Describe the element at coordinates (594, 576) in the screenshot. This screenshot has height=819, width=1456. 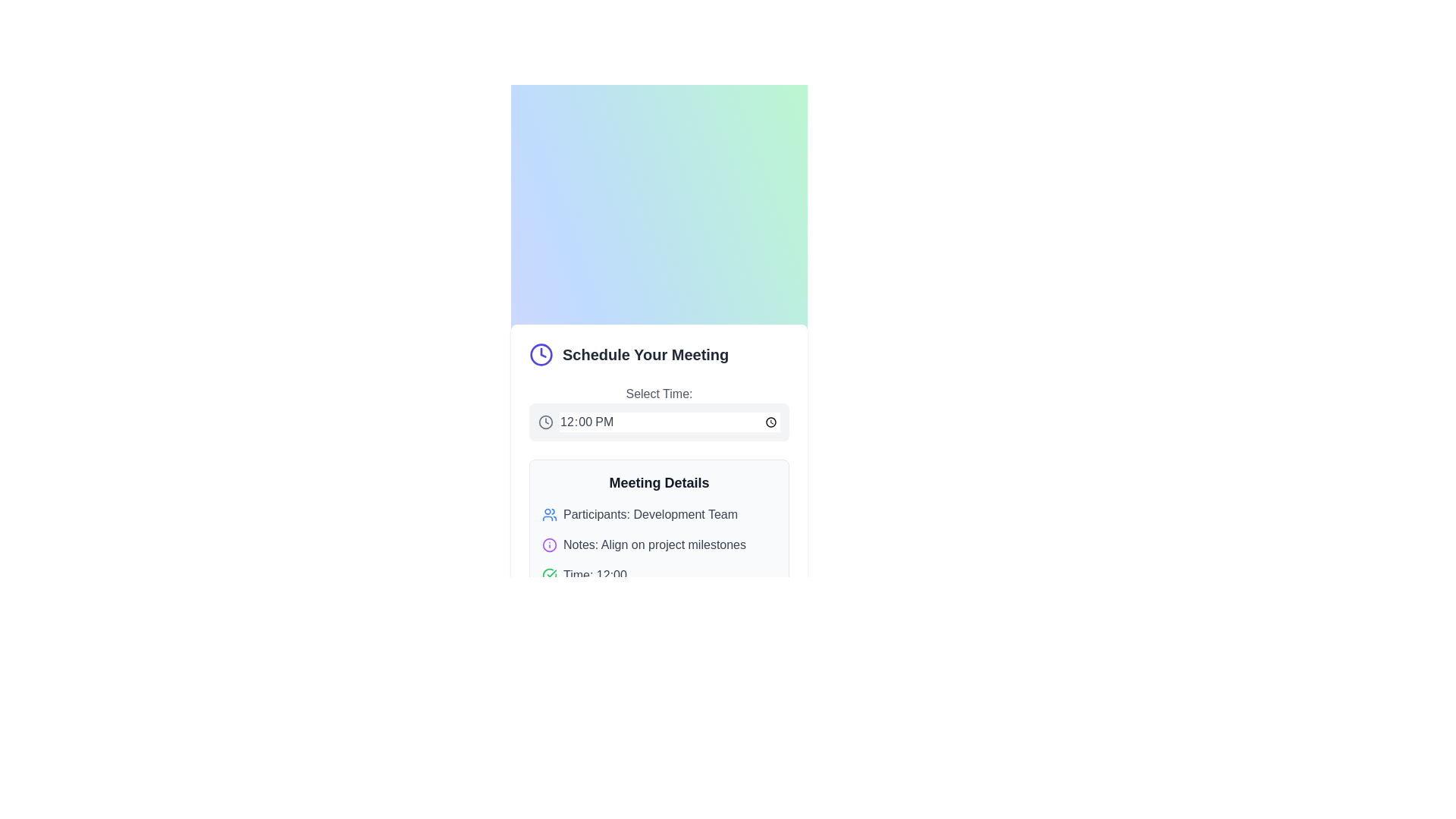
I see `the text label displaying the meeting time, located to the right of the green checkmark icon within the 'Meeting Details' card layout` at that location.